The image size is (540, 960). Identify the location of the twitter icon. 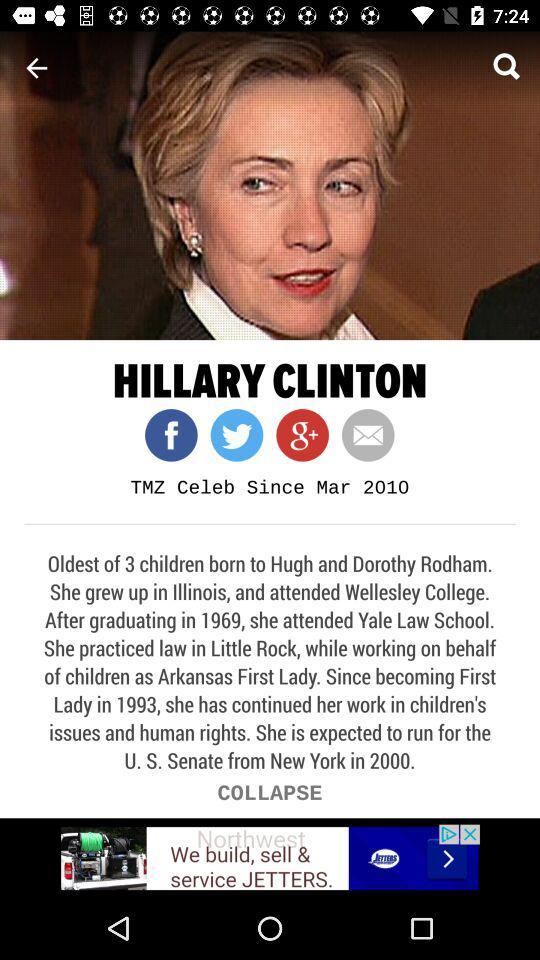
(229, 435).